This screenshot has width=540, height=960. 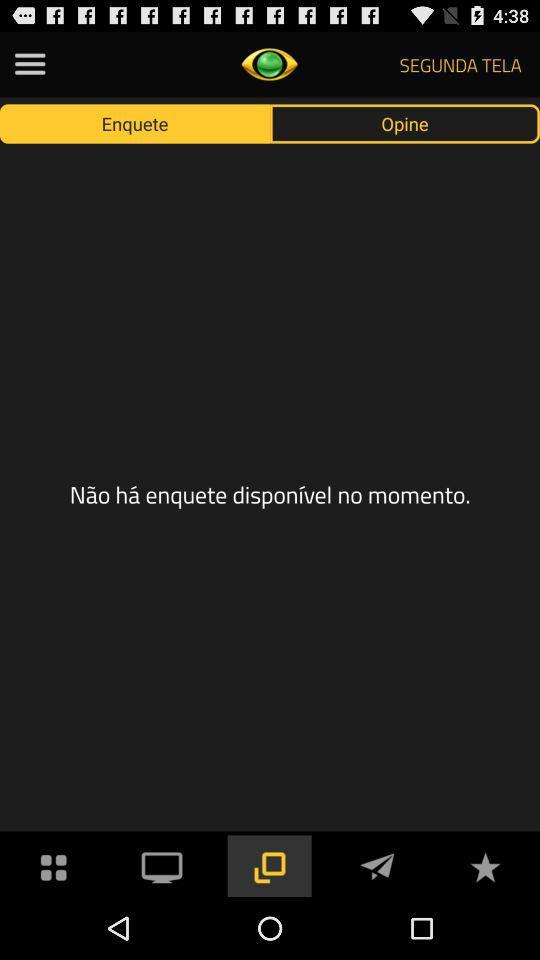 I want to click on the menu icon, so click(x=29, y=68).